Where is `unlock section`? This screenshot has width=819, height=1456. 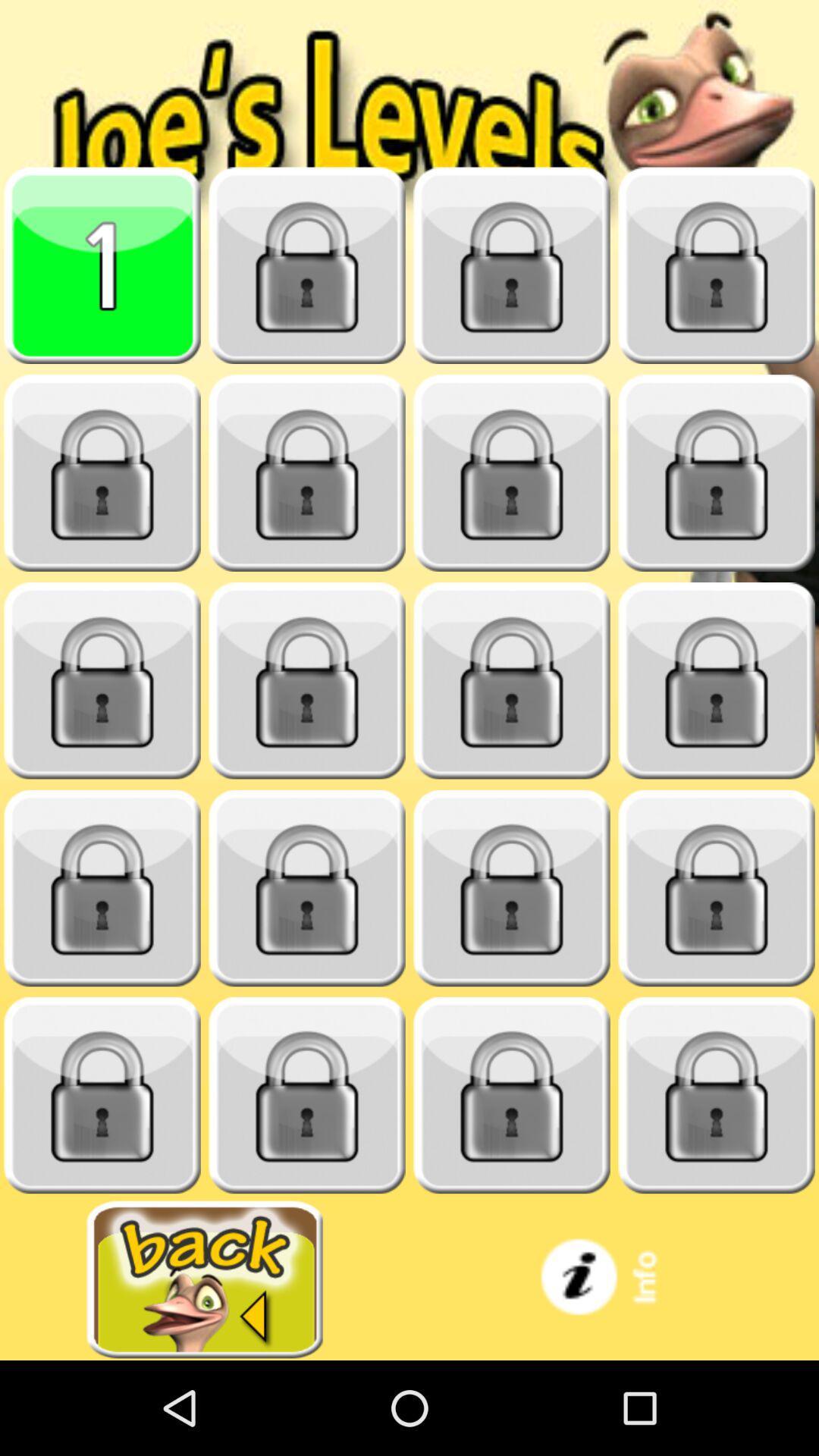 unlock section is located at coordinates (307, 888).